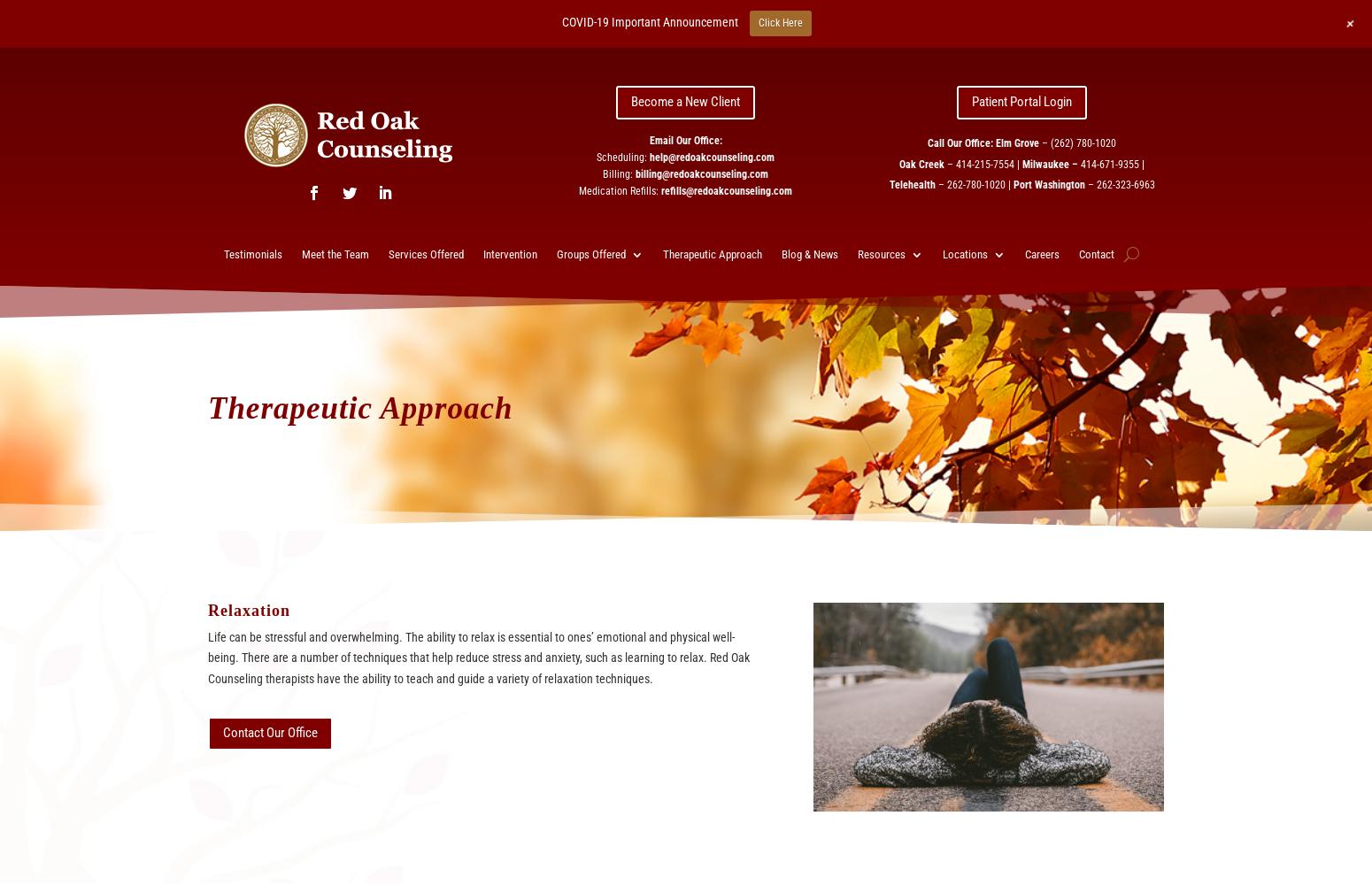 This screenshot has height=885, width=1372. I want to click on 'Addiction Support and Education for Family and Friends', so click(848, 327).